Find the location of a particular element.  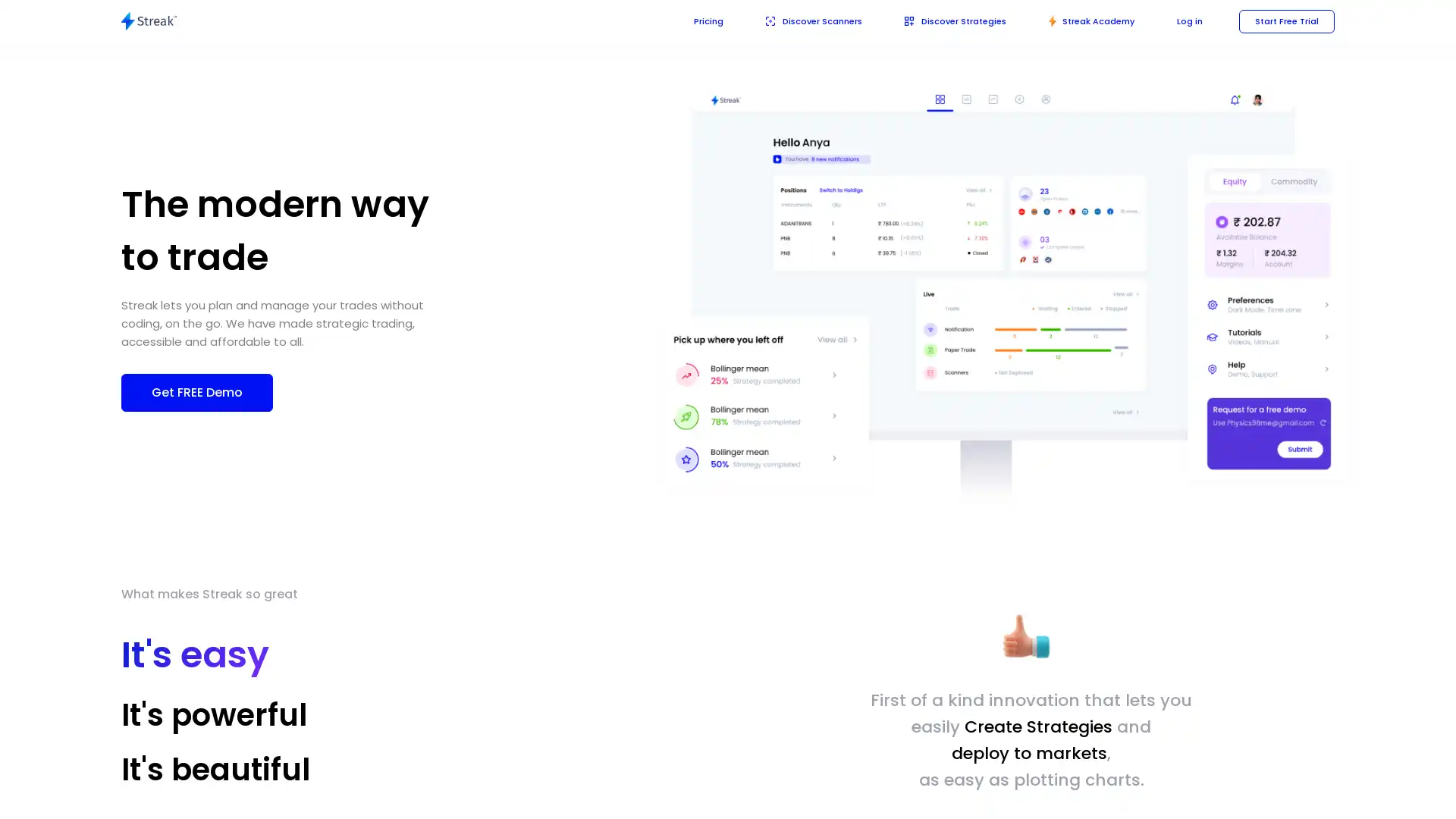

It's beautiful is located at coordinates (215, 769).